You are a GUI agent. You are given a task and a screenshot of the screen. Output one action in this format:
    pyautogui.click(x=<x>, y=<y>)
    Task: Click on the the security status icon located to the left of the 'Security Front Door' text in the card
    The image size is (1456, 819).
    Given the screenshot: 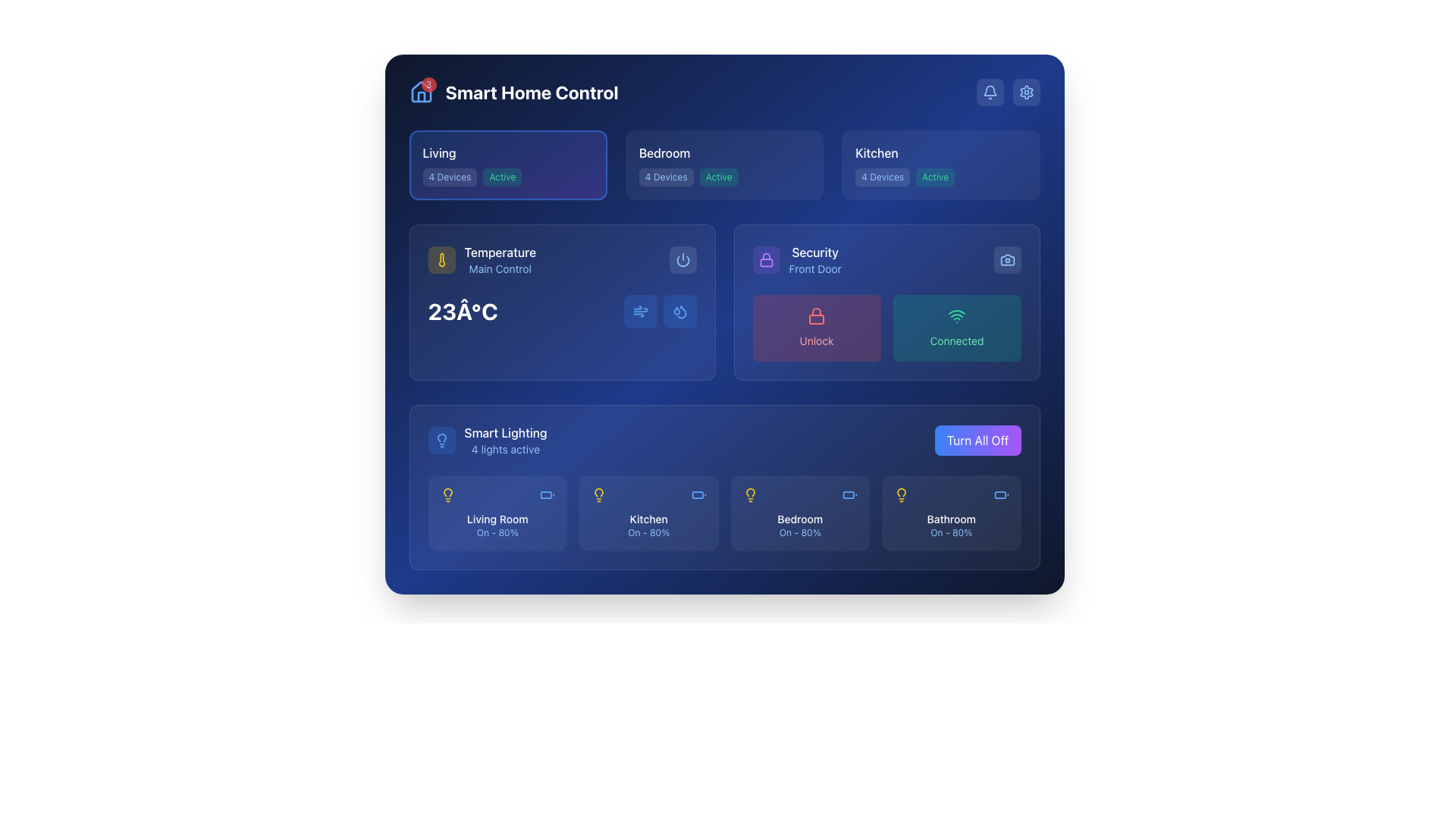 What is the action you would take?
    pyautogui.click(x=766, y=259)
    